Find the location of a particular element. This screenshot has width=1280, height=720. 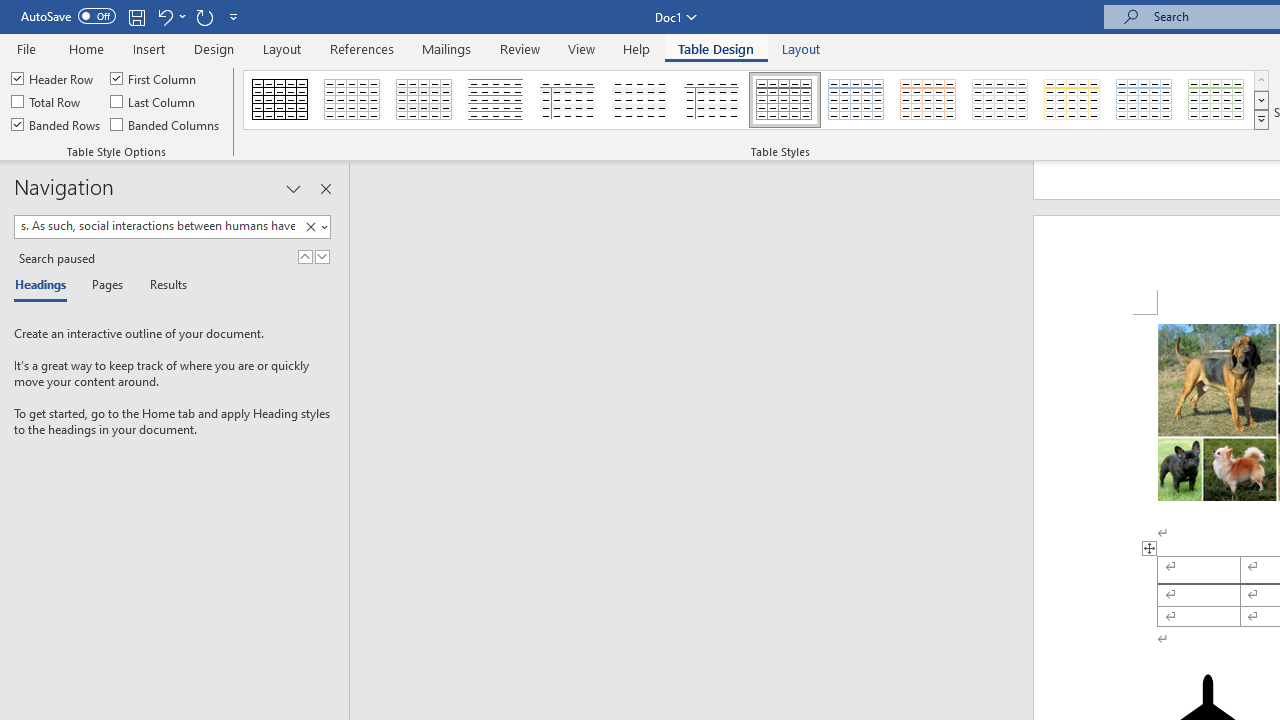

'Grid Table 1 Light - Accent 6' is located at coordinates (1216, 100).